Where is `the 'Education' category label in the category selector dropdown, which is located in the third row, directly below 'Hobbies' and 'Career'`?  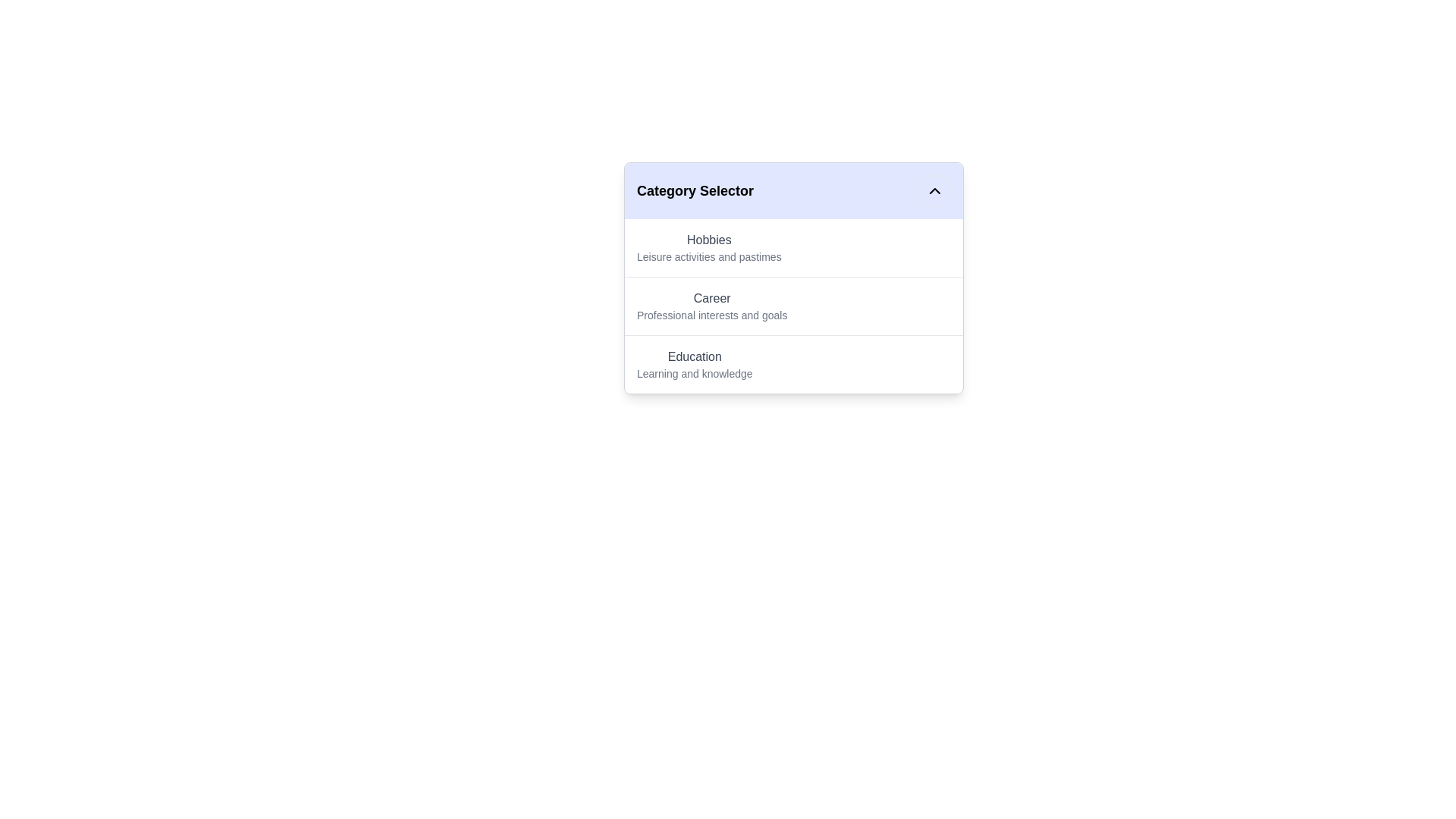 the 'Education' category label in the category selector dropdown, which is located in the third row, directly below 'Hobbies' and 'Career' is located at coordinates (694, 356).